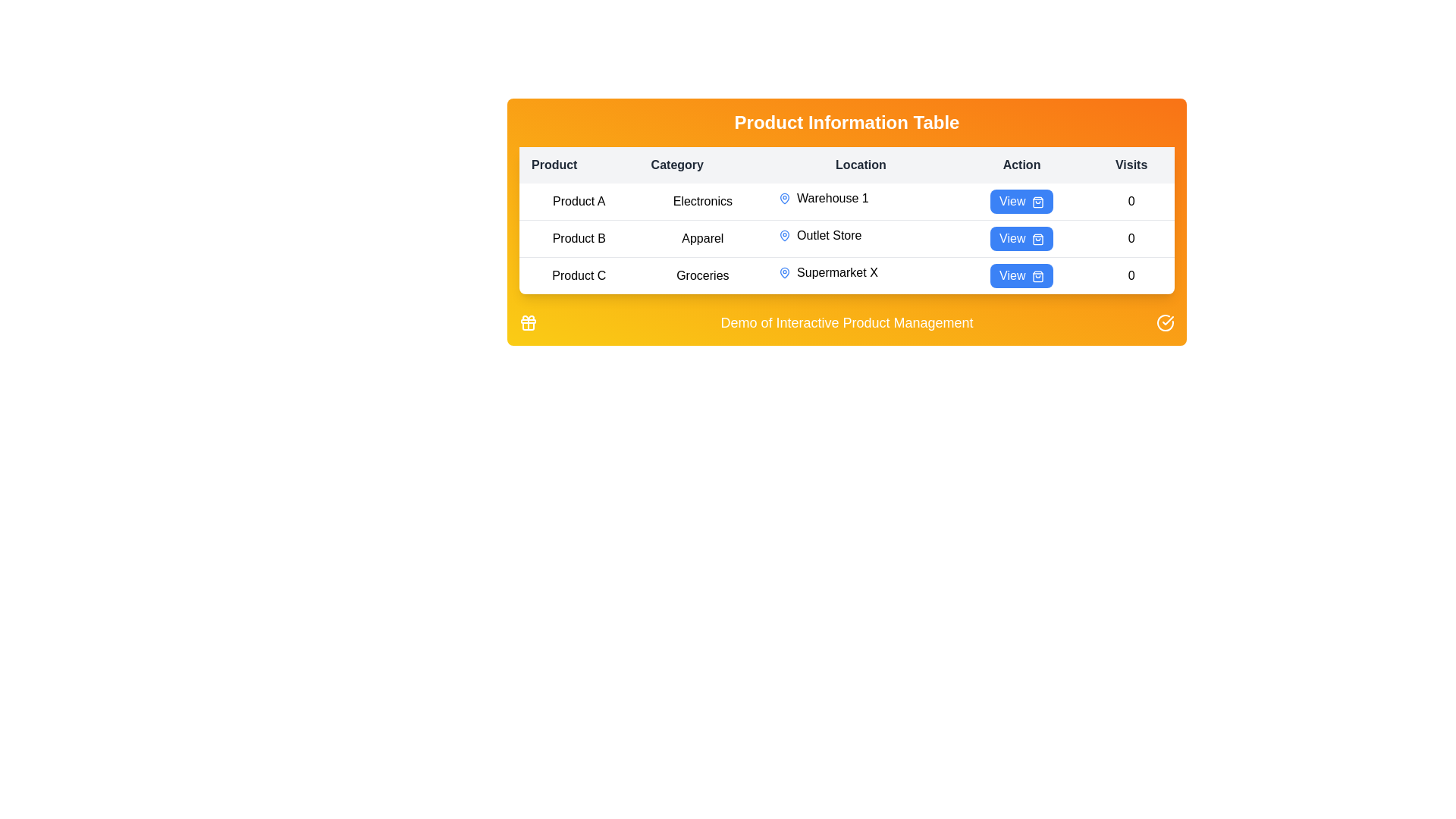 The image size is (1456, 819). I want to click on the 'View' button with blue background and white text in the 'Action' column of the second row of the 'Product Information Table', so click(1021, 239).